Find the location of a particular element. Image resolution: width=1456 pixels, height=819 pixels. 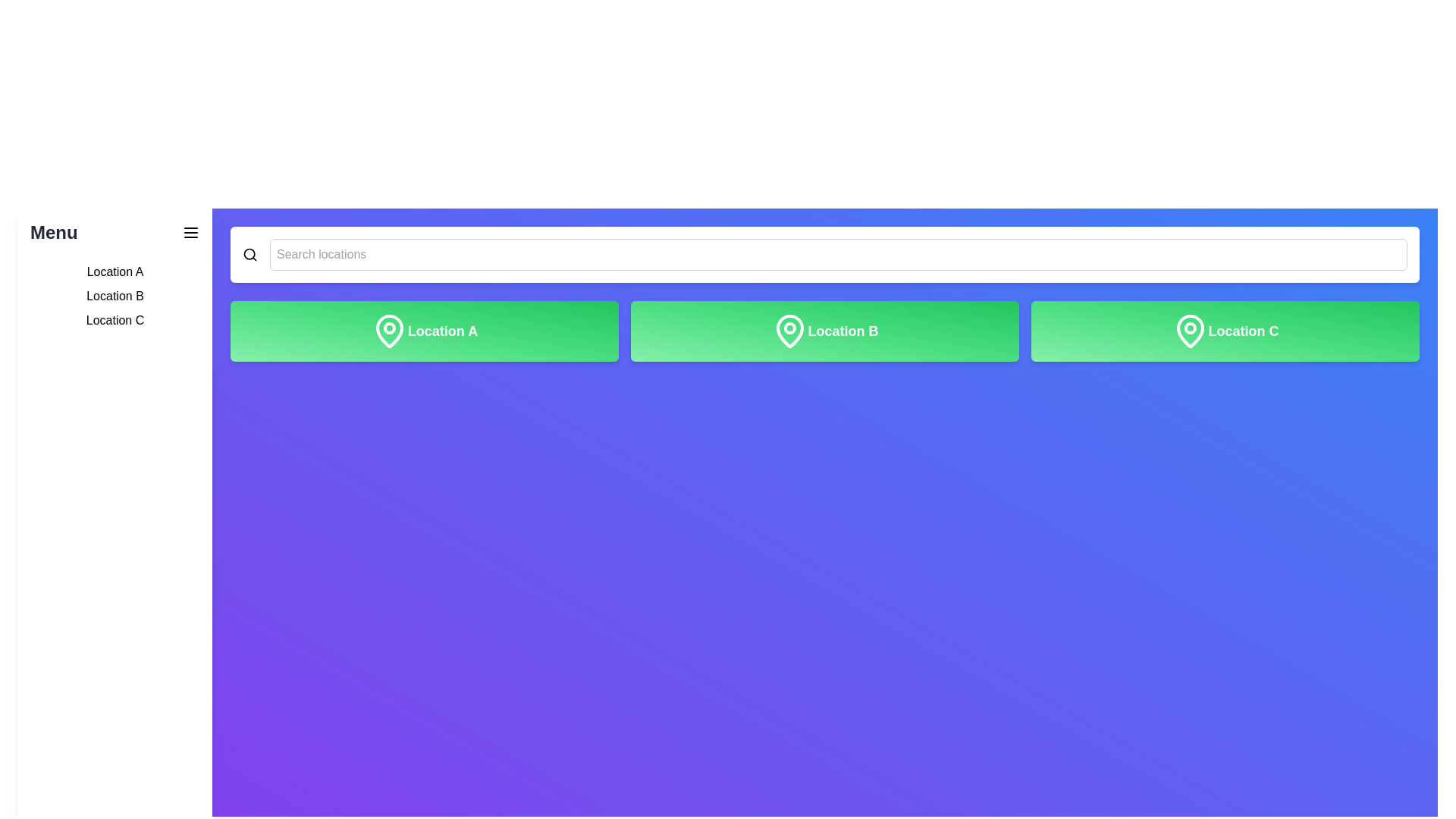

the toggle button located at the top-right corner of the sidebar section, adjacent to the text heading 'Menu' is located at coordinates (190, 233).